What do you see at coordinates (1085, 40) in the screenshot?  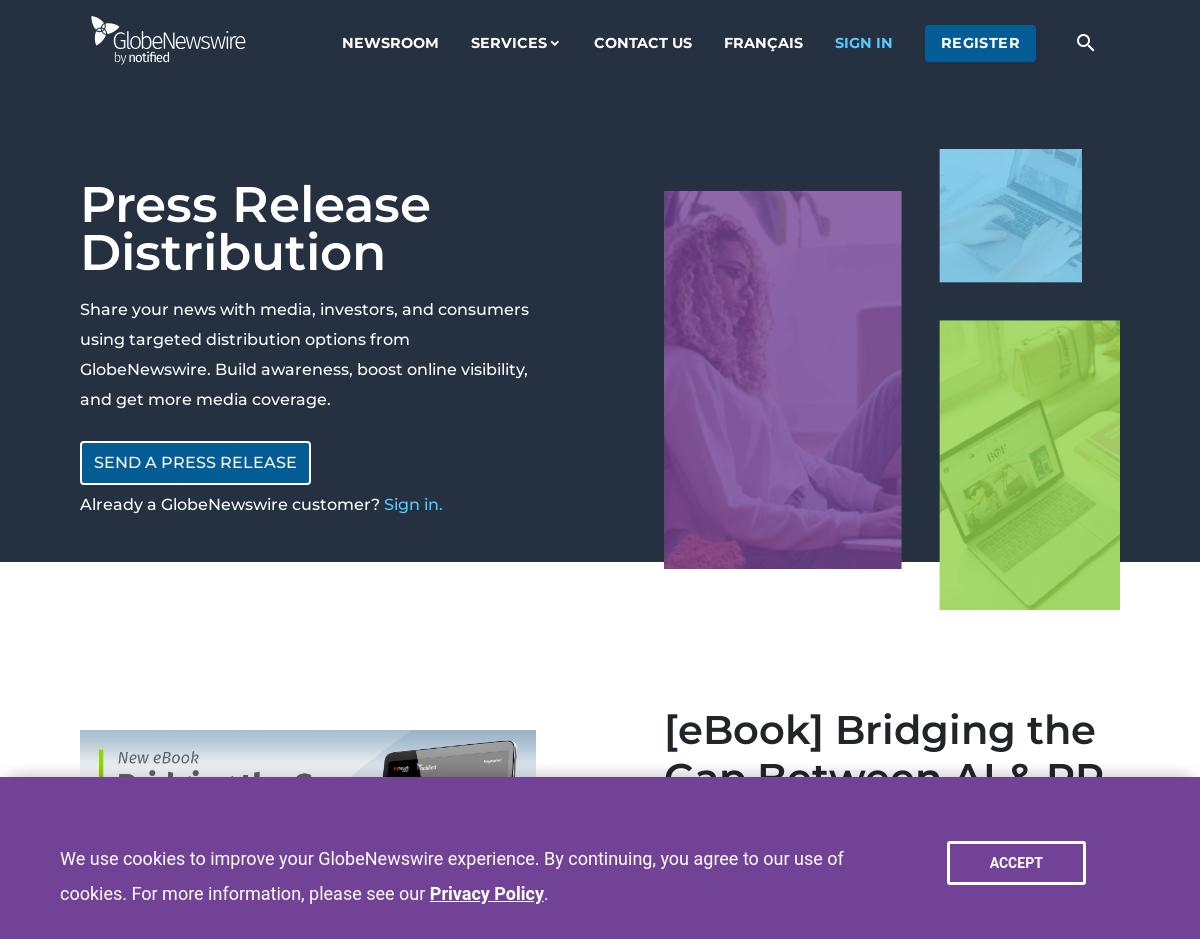 I see `'search'` at bounding box center [1085, 40].